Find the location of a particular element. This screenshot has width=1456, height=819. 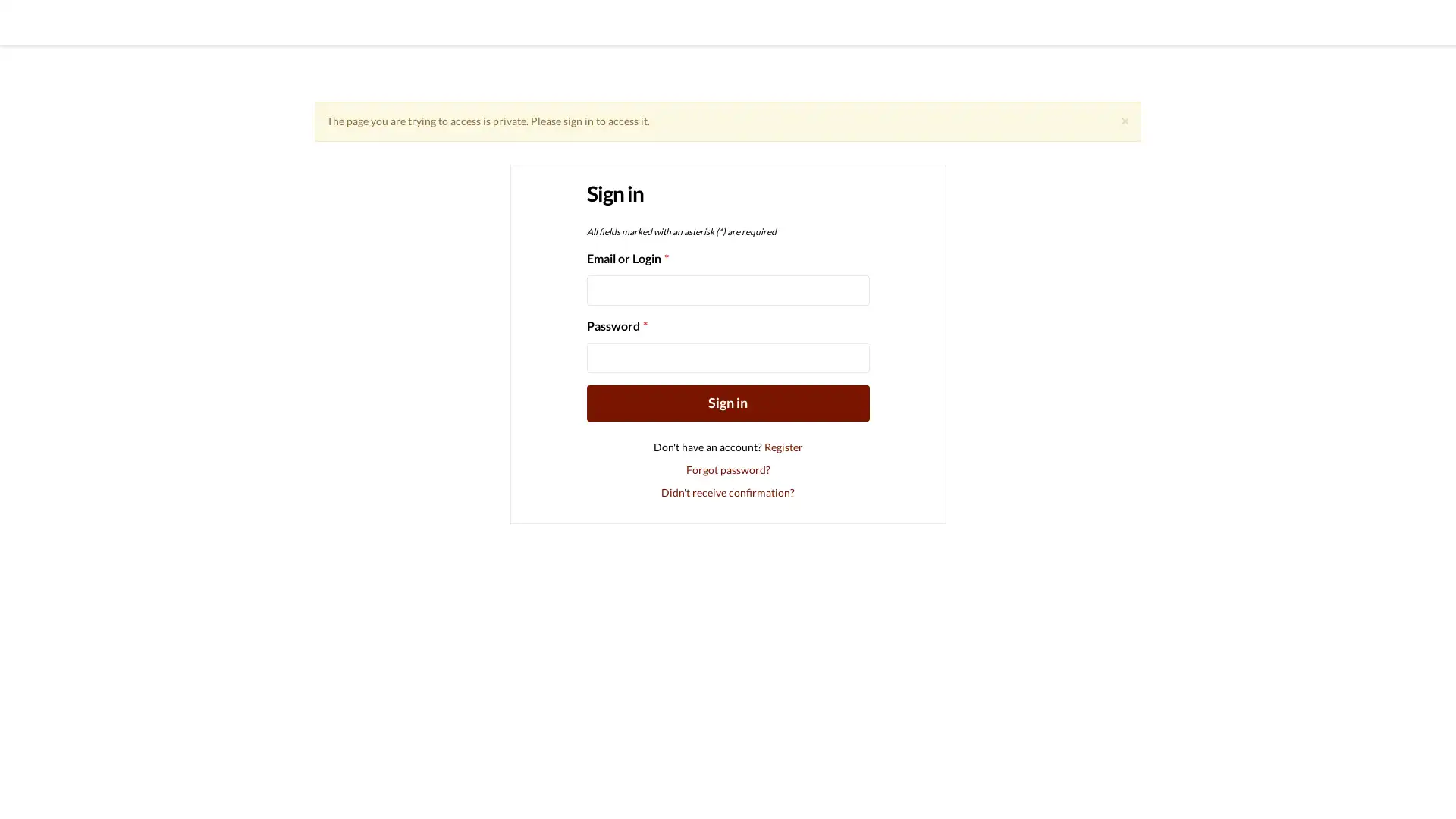

Forgot password? is located at coordinates (726, 468).